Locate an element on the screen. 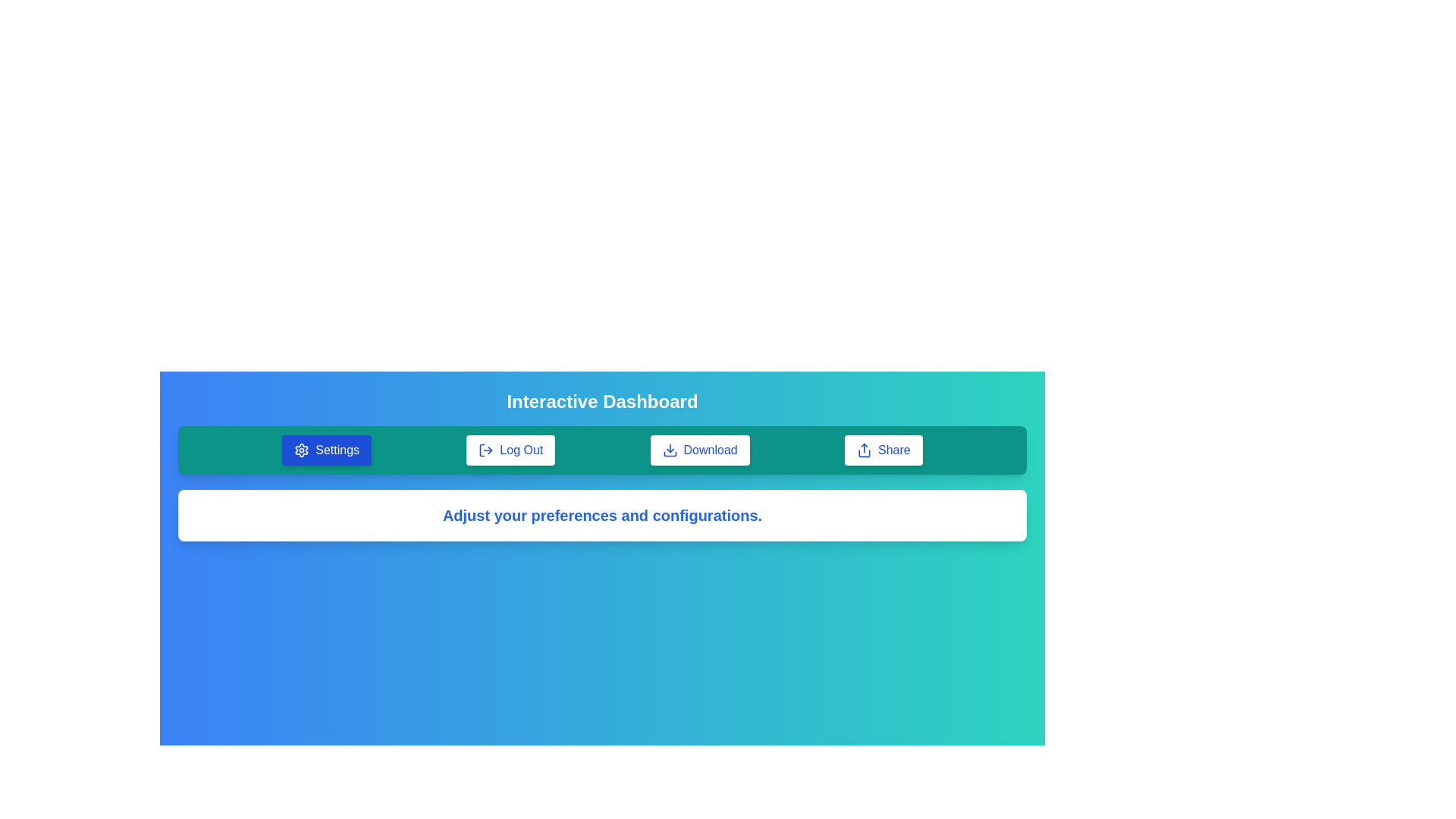 The height and width of the screenshot is (819, 1456). the tab labeled Log Out to observe its visual style is located at coordinates (510, 450).